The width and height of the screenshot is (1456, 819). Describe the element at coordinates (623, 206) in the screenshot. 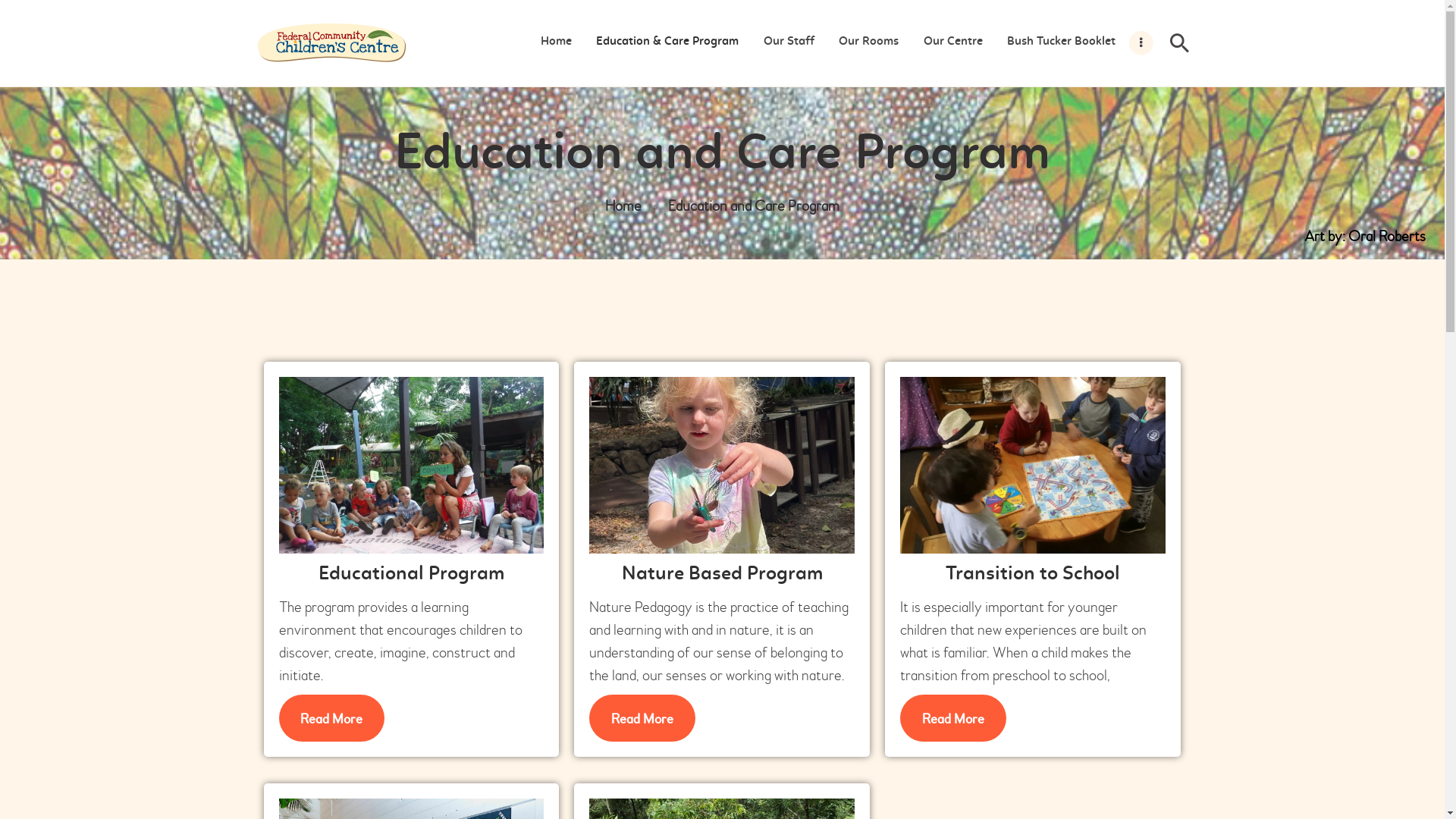

I see `'Home'` at that location.